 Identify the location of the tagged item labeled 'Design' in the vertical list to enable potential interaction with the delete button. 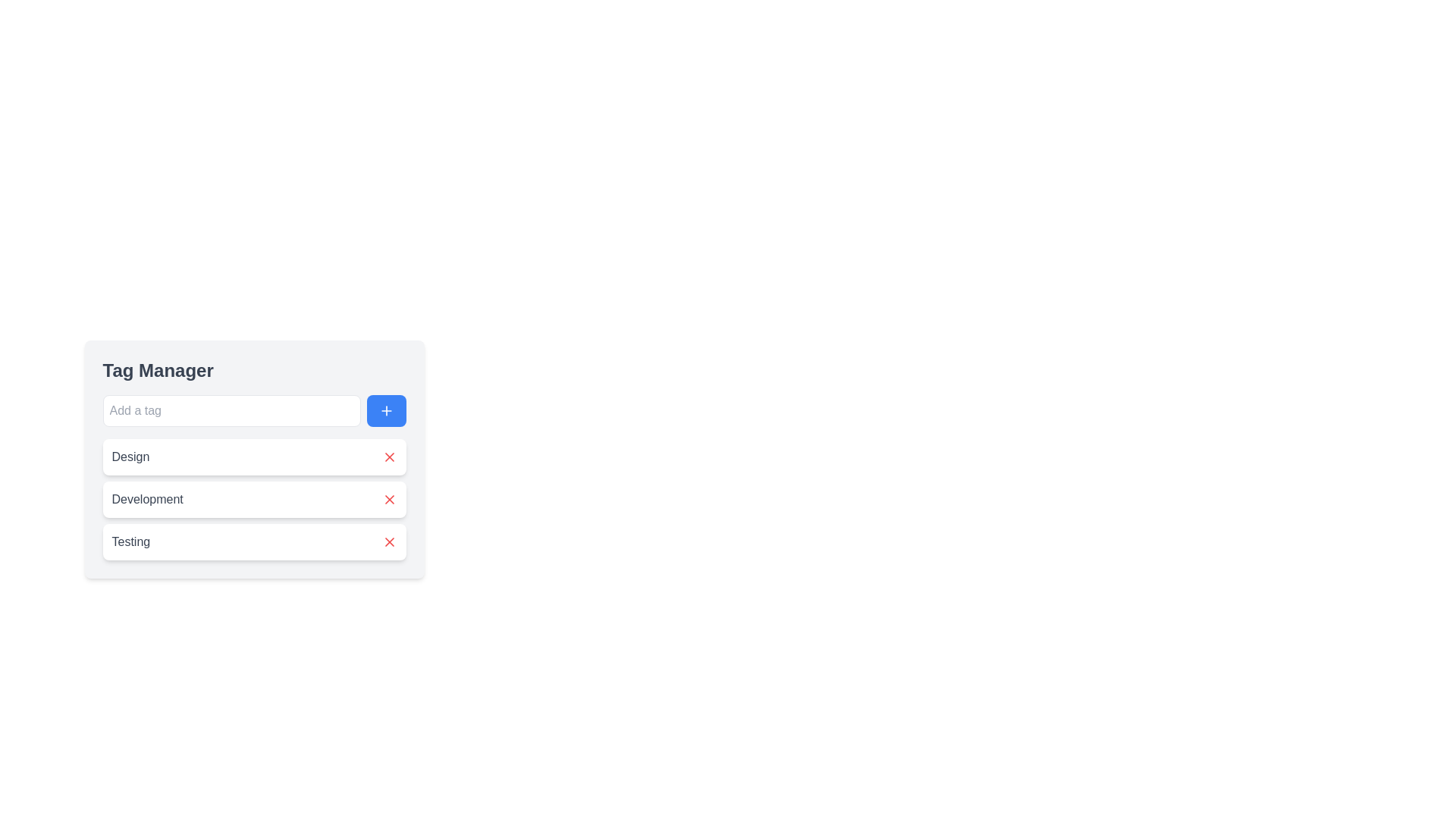
(254, 456).